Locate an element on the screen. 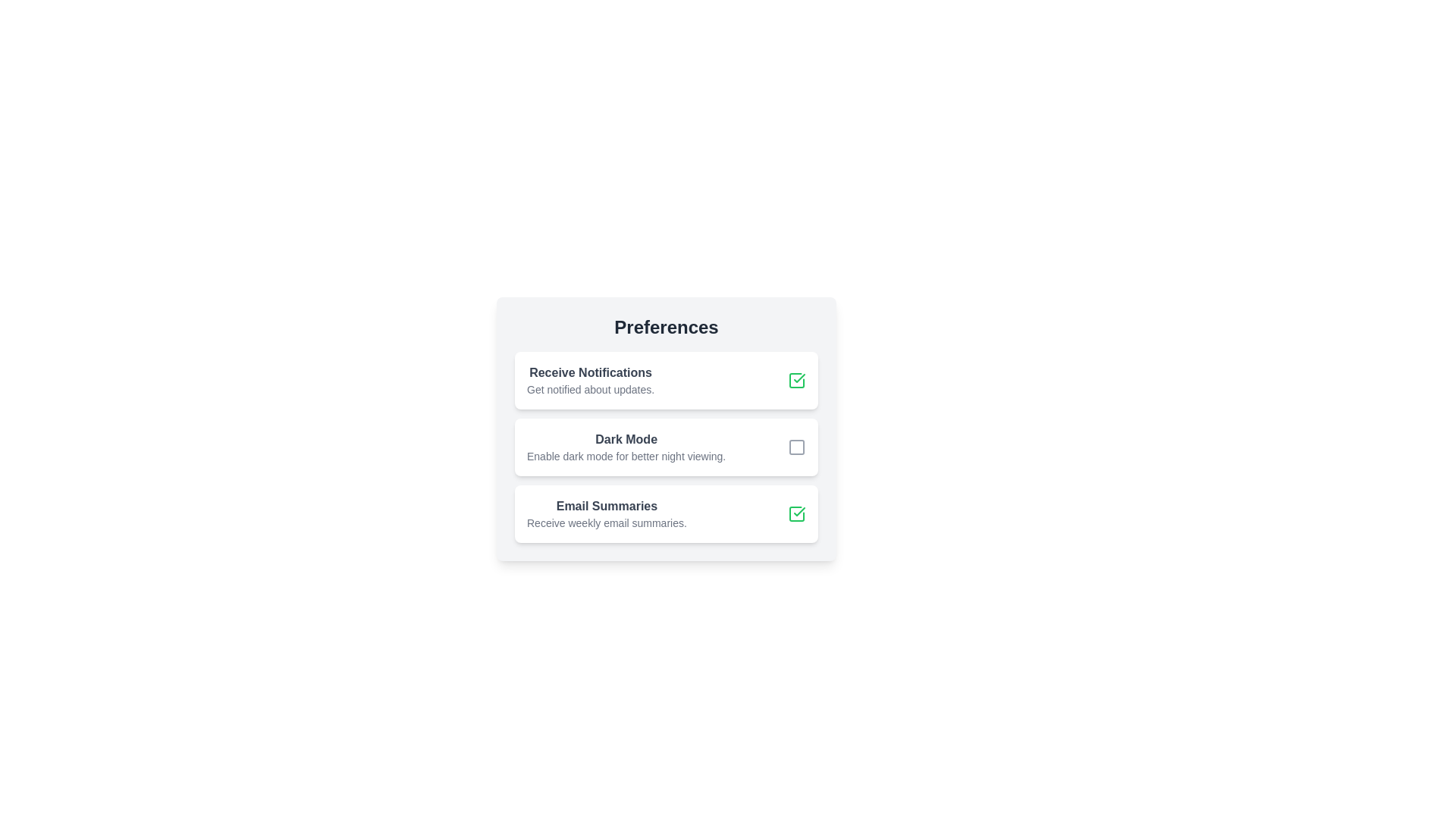 Image resolution: width=1456 pixels, height=819 pixels. the checkbox with a green border and green checkmark located on the right side of the 'Receive Notifications' section is located at coordinates (796, 379).